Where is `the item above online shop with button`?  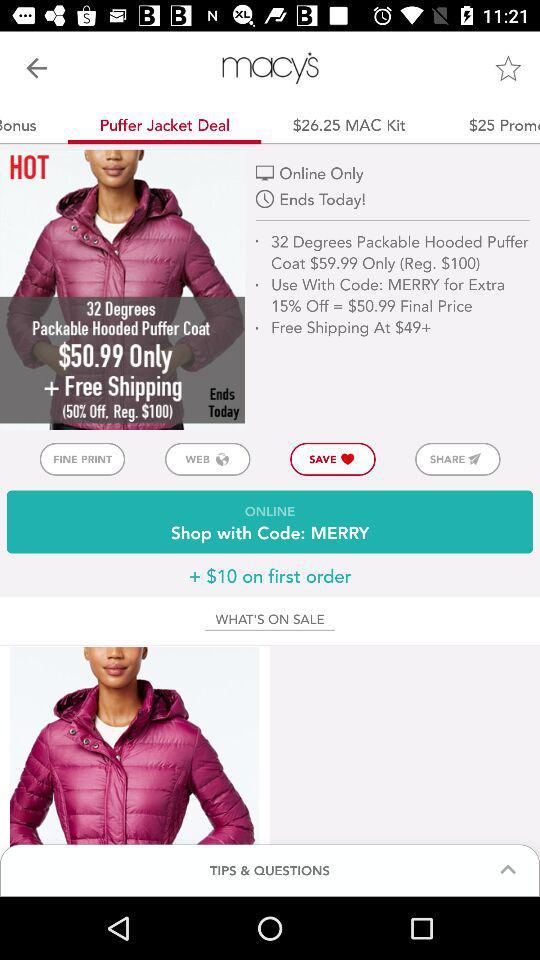 the item above online shop with button is located at coordinates (81, 459).